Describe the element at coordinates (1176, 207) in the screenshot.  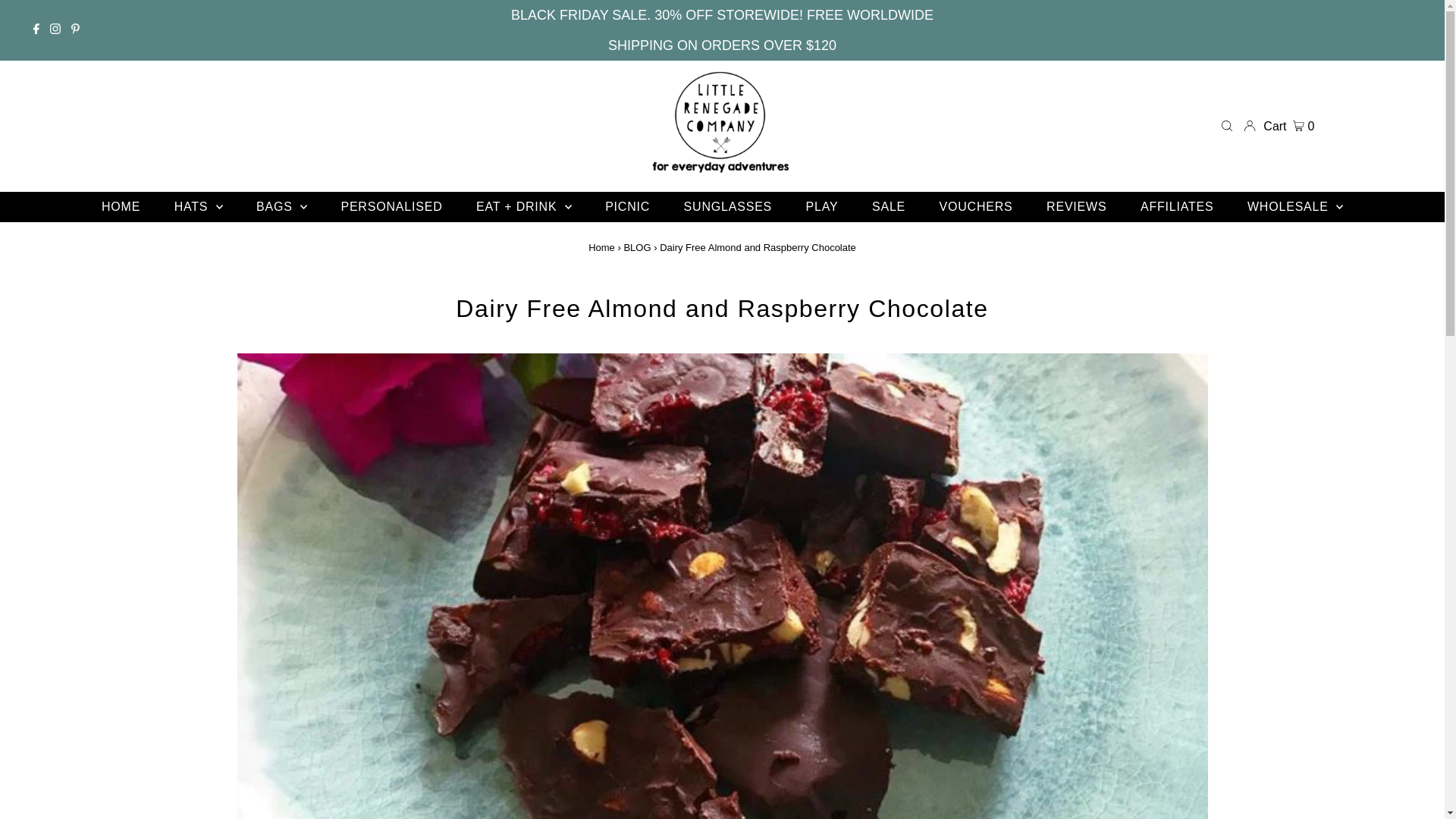
I see `'AFFILIATES'` at that location.